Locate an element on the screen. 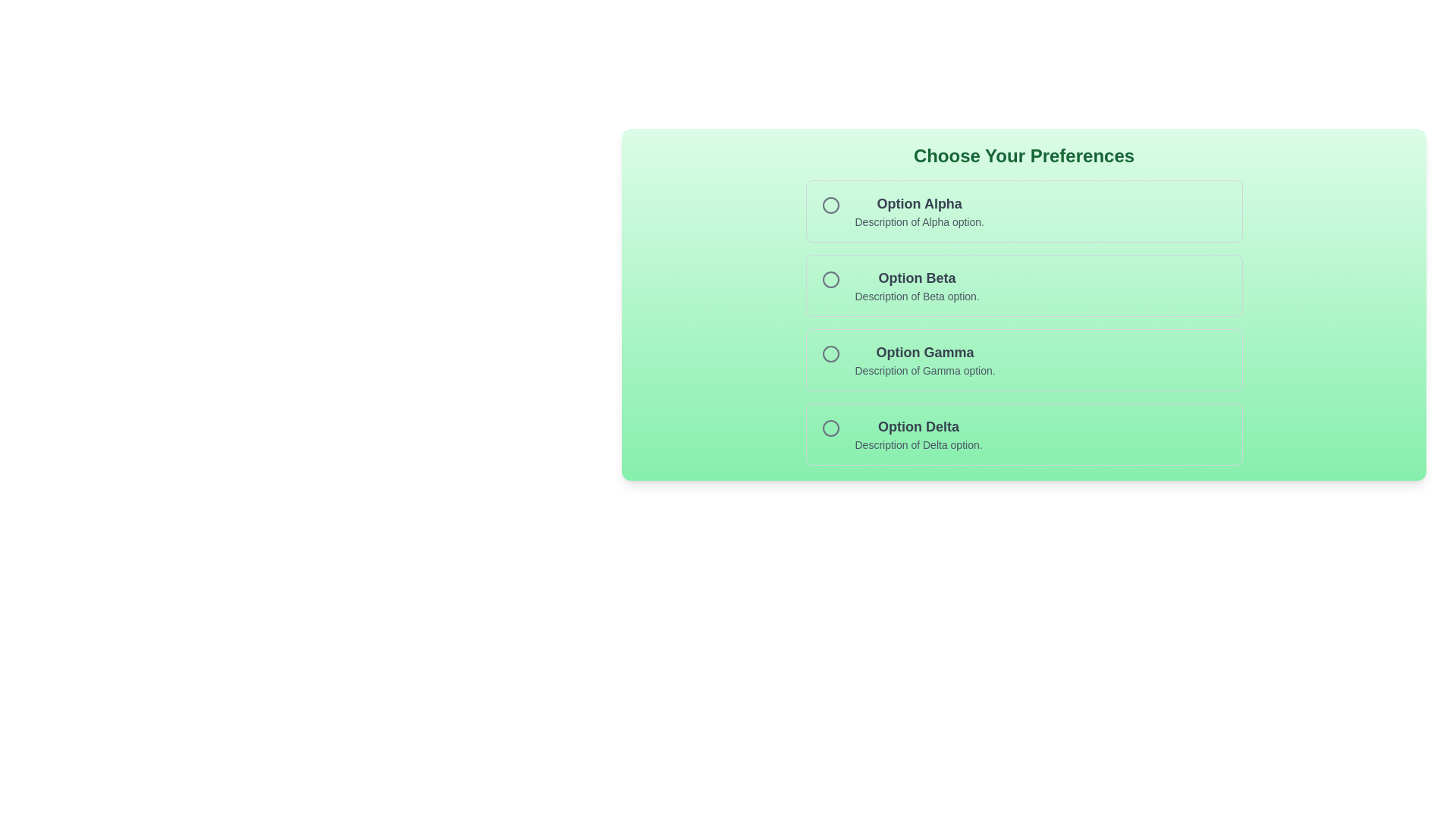 The image size is (1456, 819). the circular selection indicator icon for 'Option Gamma' to confirm selection is located at coordinates (830, 353).